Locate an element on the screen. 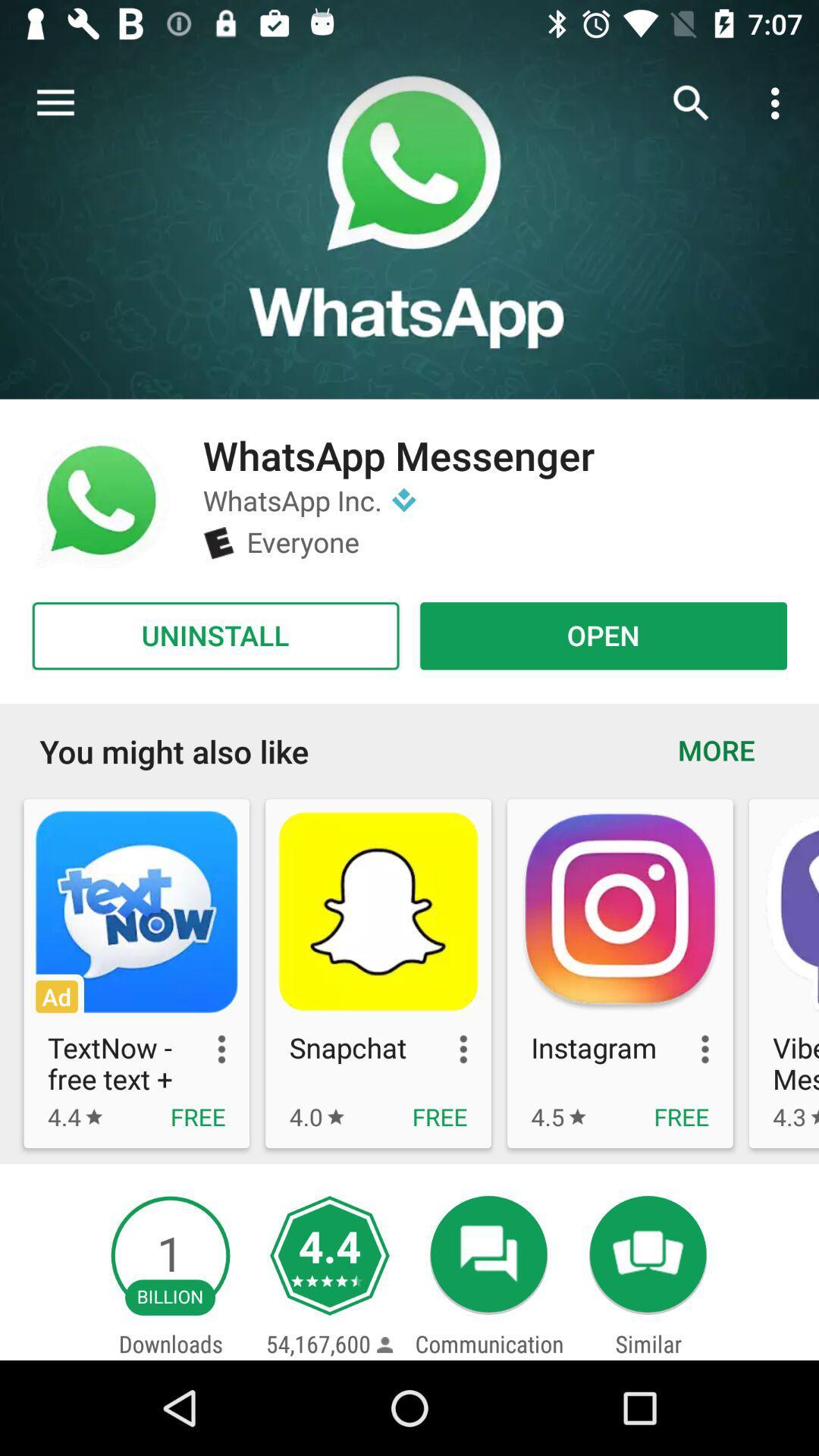 The height and width of the screenshot is (1456, 819). the customize and control icon which is near the instagram application is located at coordinates (689, 1048).